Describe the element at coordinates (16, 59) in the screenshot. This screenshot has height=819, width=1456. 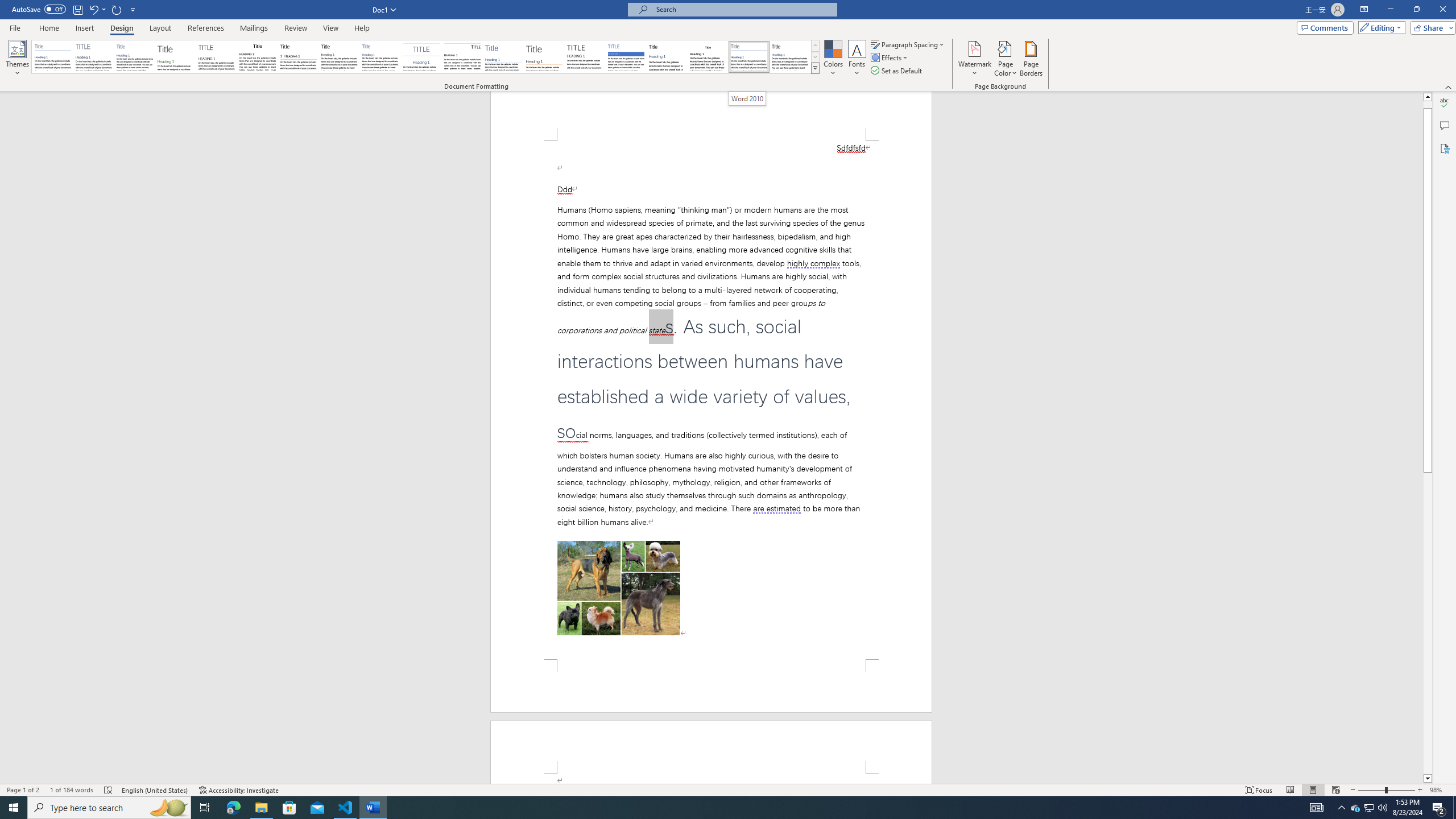
I see `'Themes'` at that location.